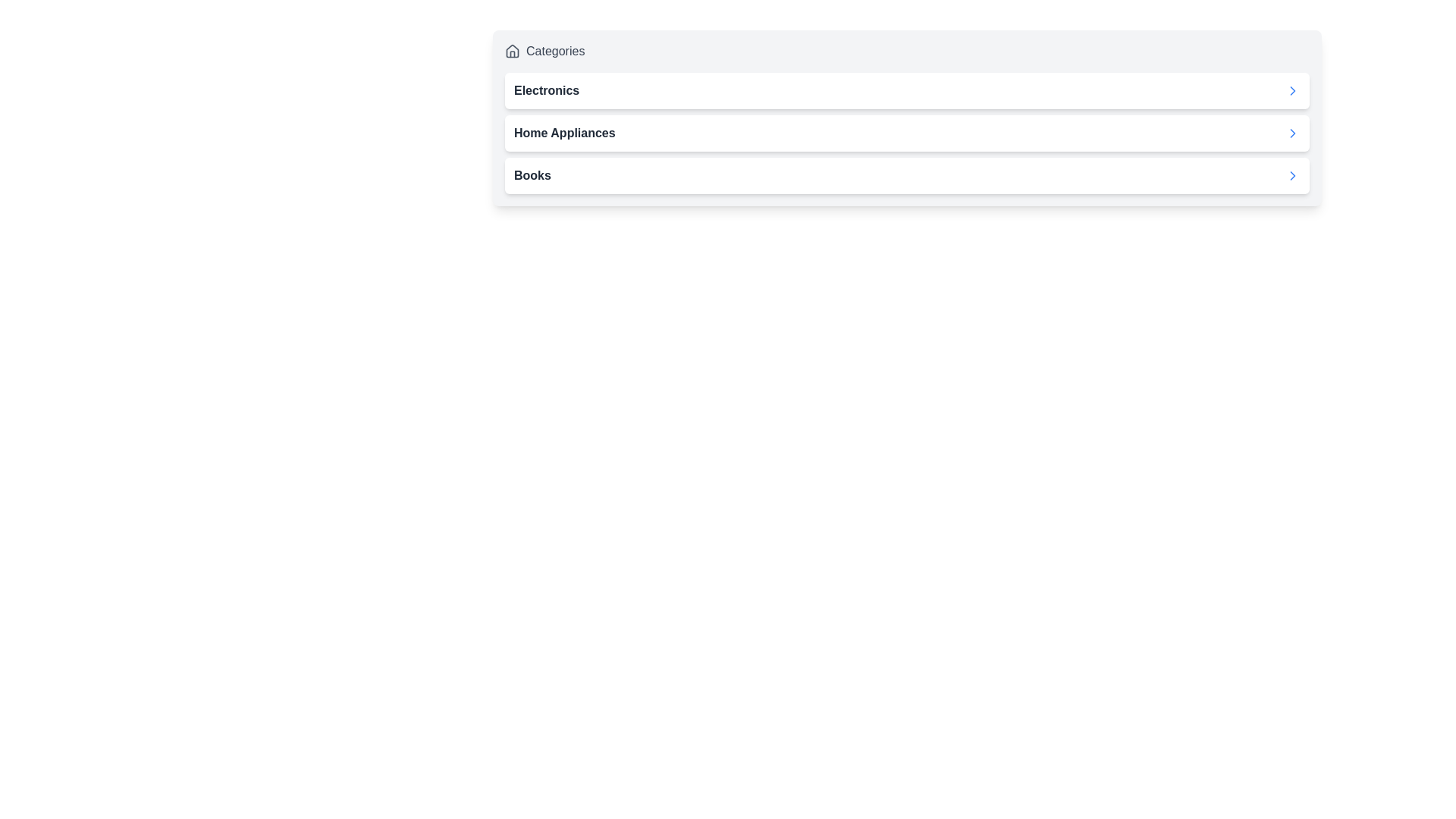 The width and height of the screenshot is (1456, 819). Describe the element at coordinates (907, 133) in the screenshot. I see `the 'Home Appliances' category item in the navigation menu` at that location.